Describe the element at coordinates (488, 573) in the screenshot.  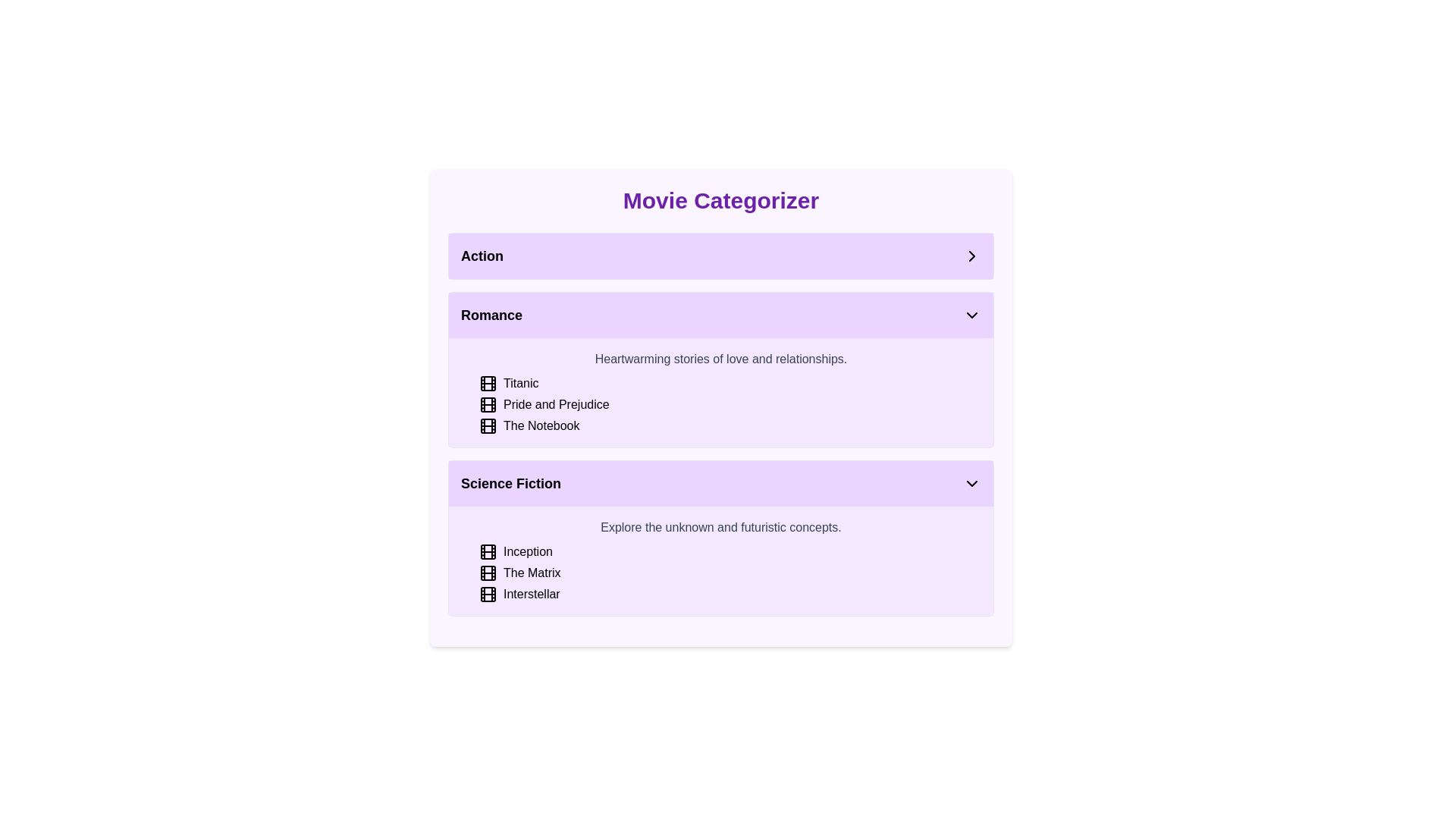
I see `the film strip icon located in the 'Science Fiction' section, to the left of 'The Matrix'` at that location.